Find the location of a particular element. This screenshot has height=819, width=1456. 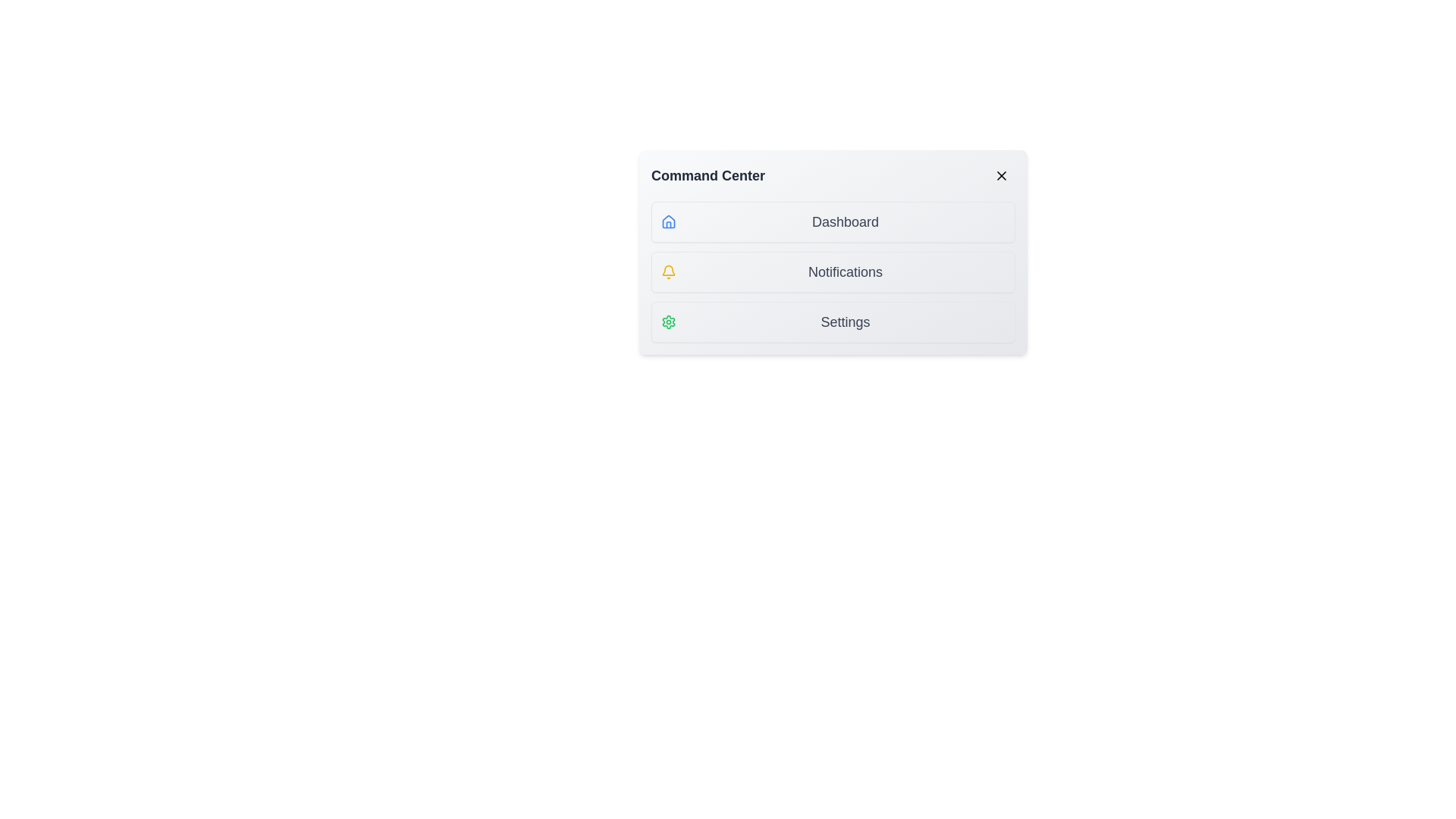

the 'Close Button' icon located in the top-right corner of the interface is located at coordinates (1001, 174).